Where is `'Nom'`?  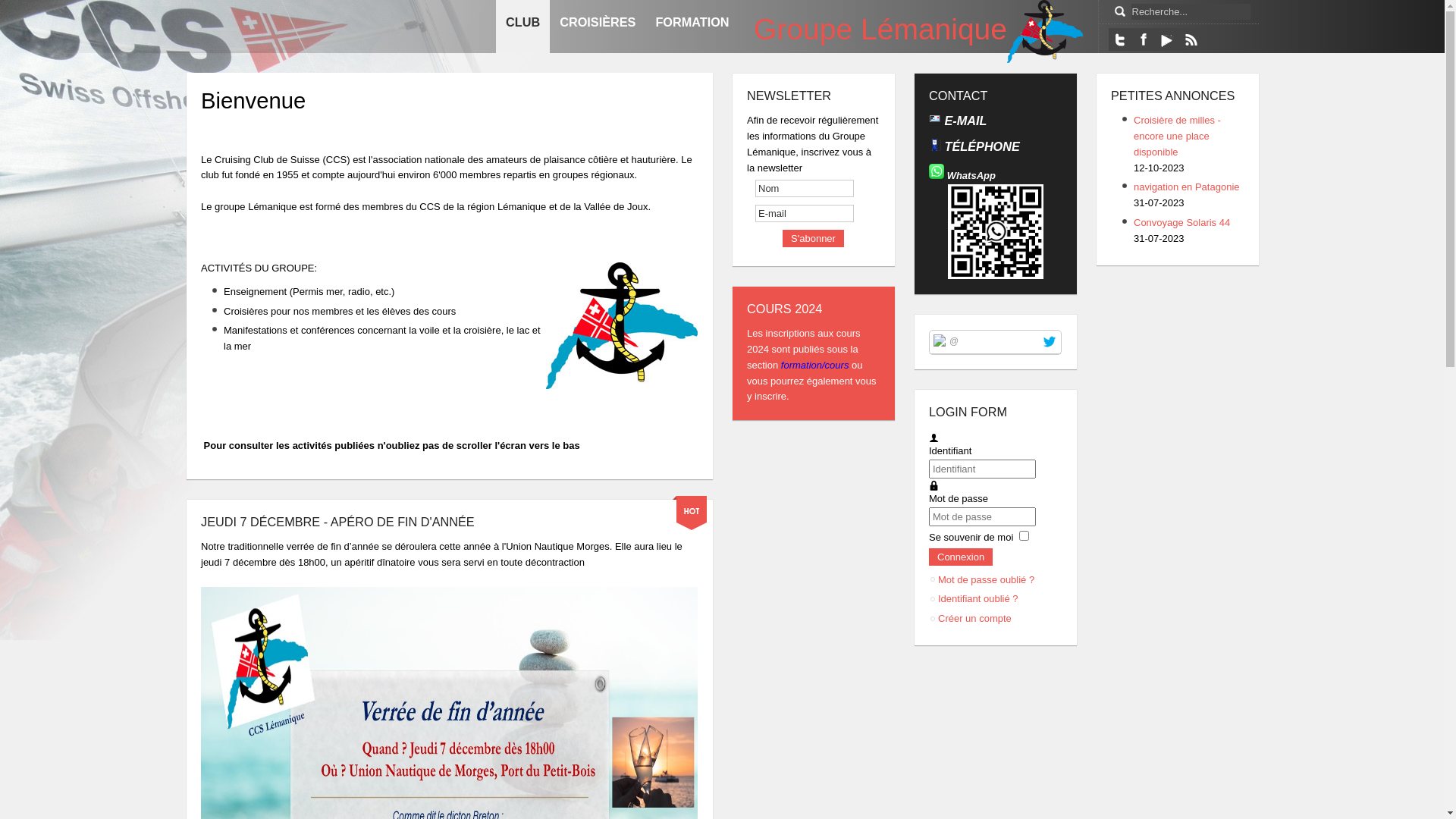
'Nom' is located at coordinates (803, 187).